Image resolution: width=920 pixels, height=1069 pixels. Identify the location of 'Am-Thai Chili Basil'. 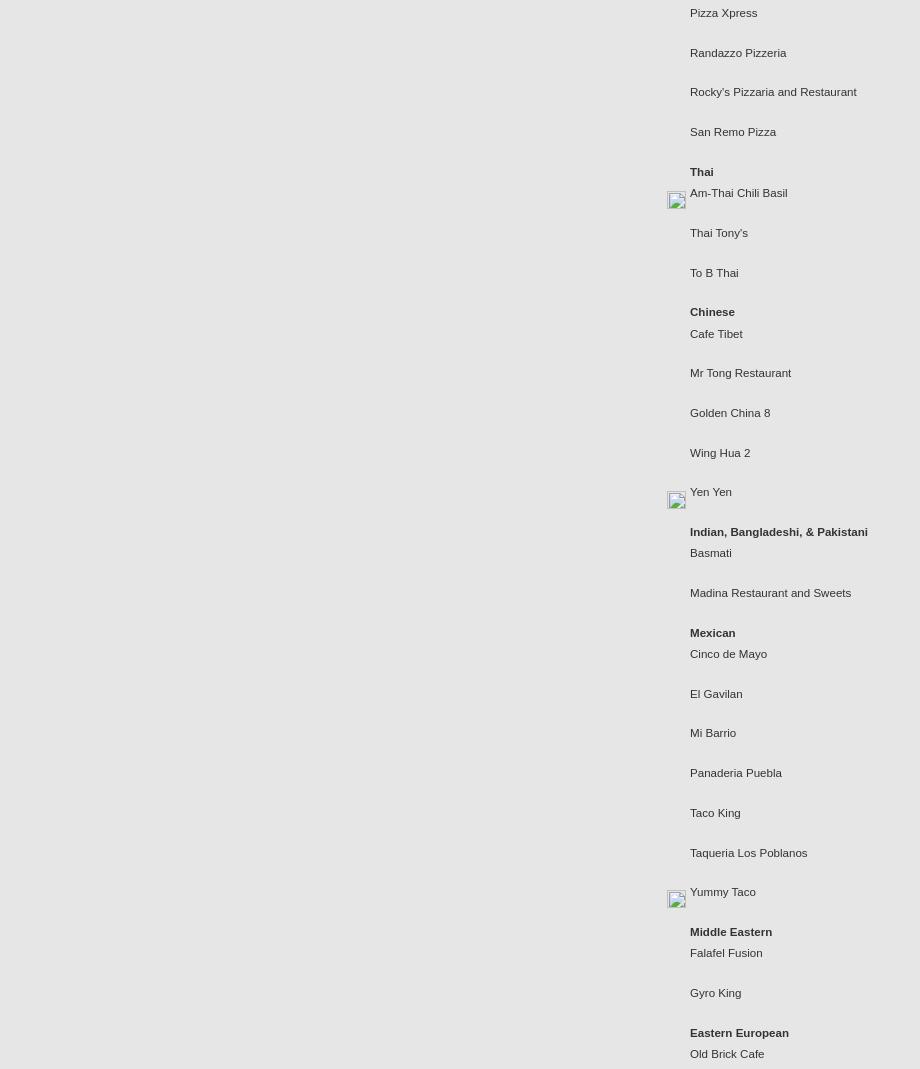
(738, 192).